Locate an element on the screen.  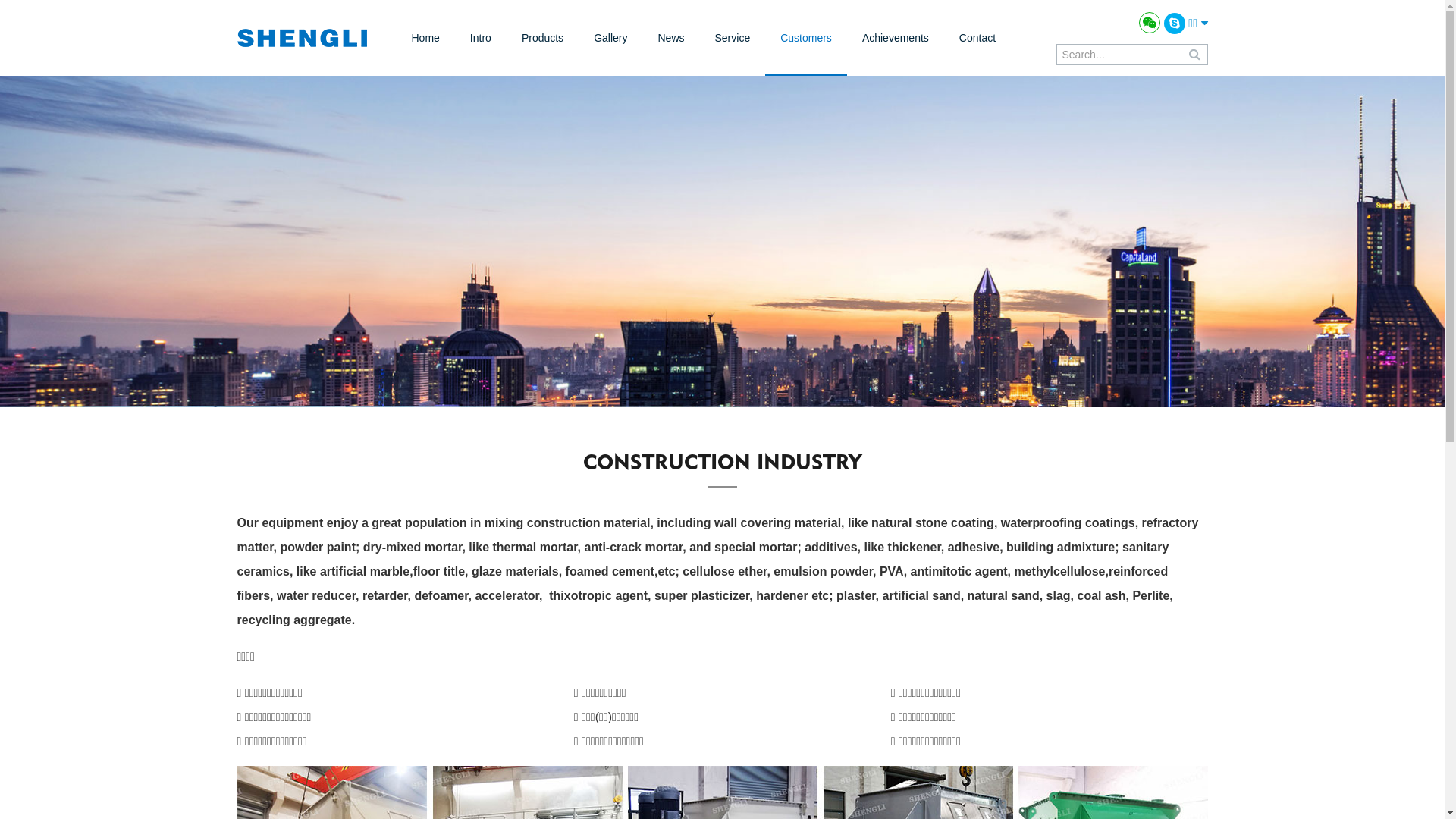
'Home' is located at coordinates (425, 37).